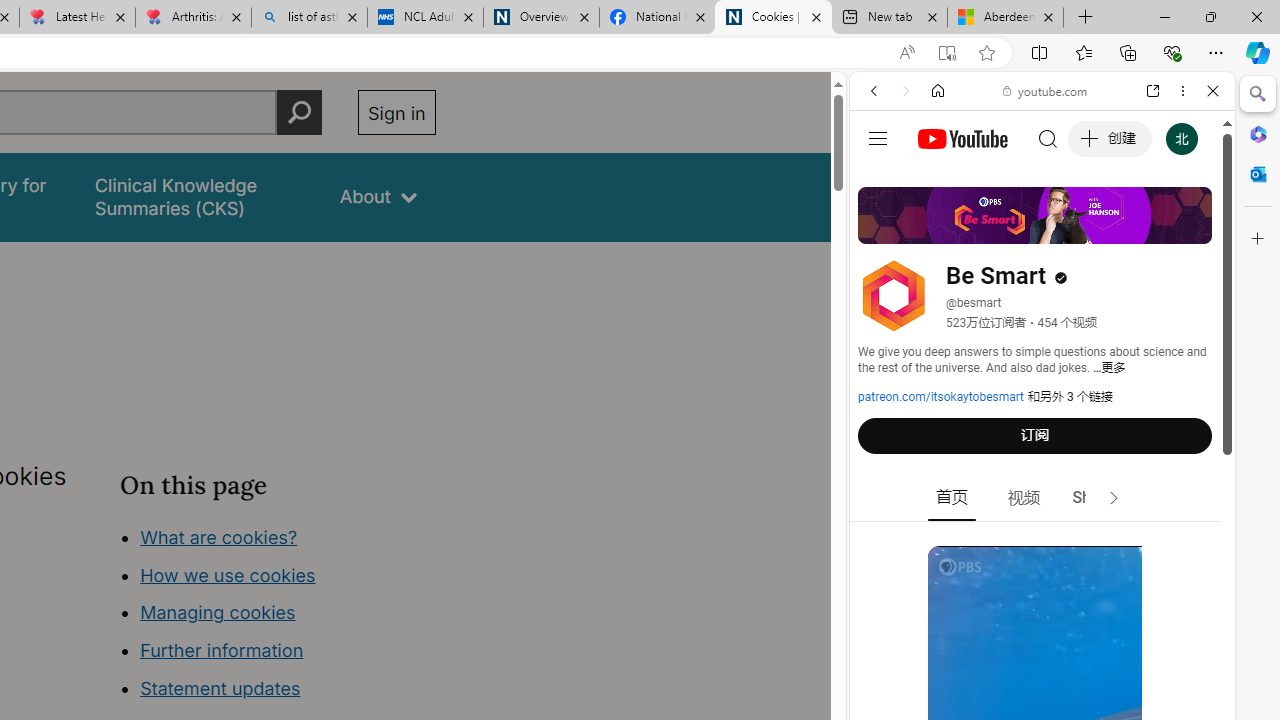 This screenshot has height=720, width=1280. What do you see at coordinates (218, 536) in the screenshot?
I see `'What are cookies?'` at bounding box center [218, 536].